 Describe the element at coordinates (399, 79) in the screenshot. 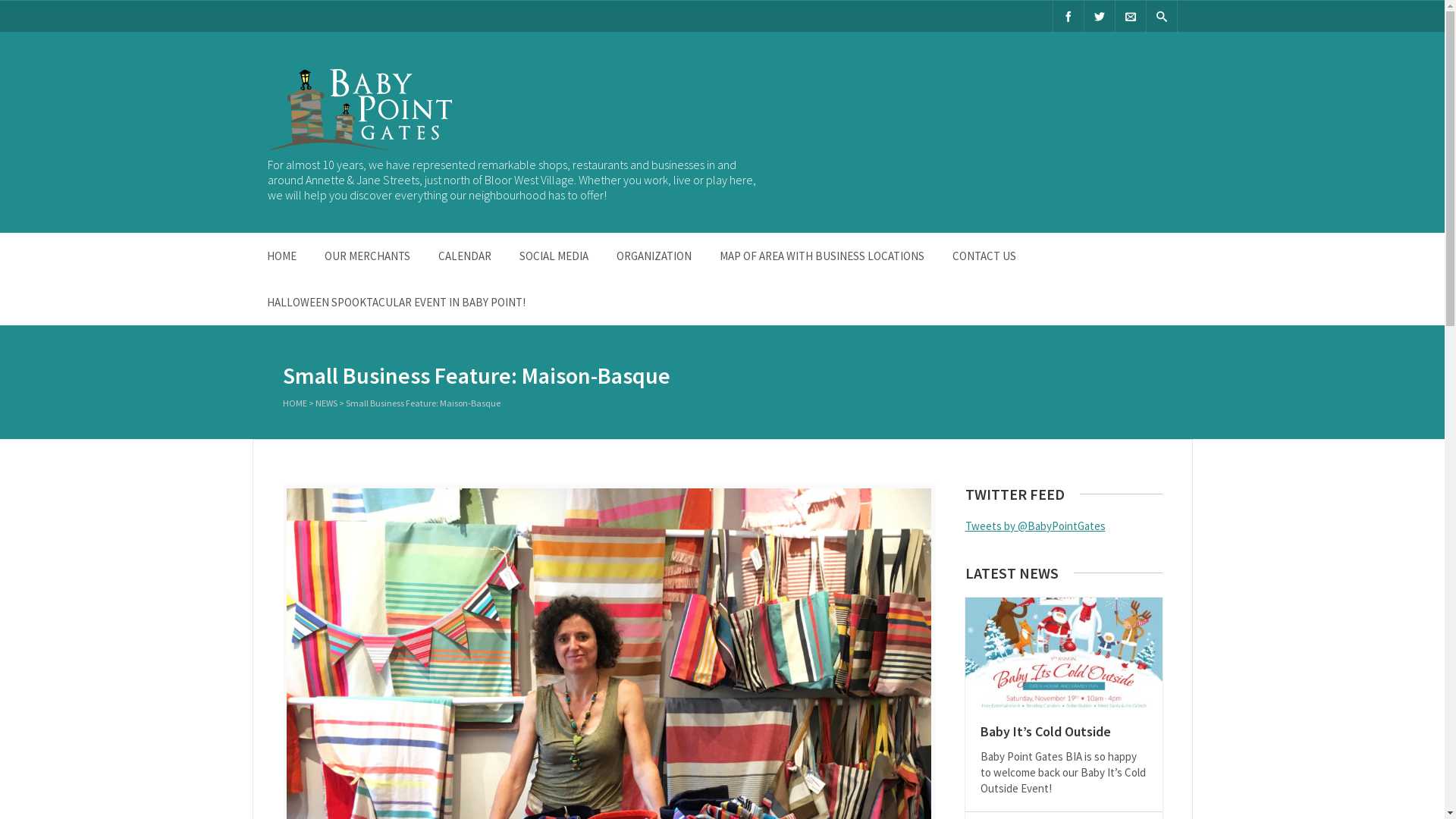

I see `'Baby Point Gates B.I.A.'` at that location.